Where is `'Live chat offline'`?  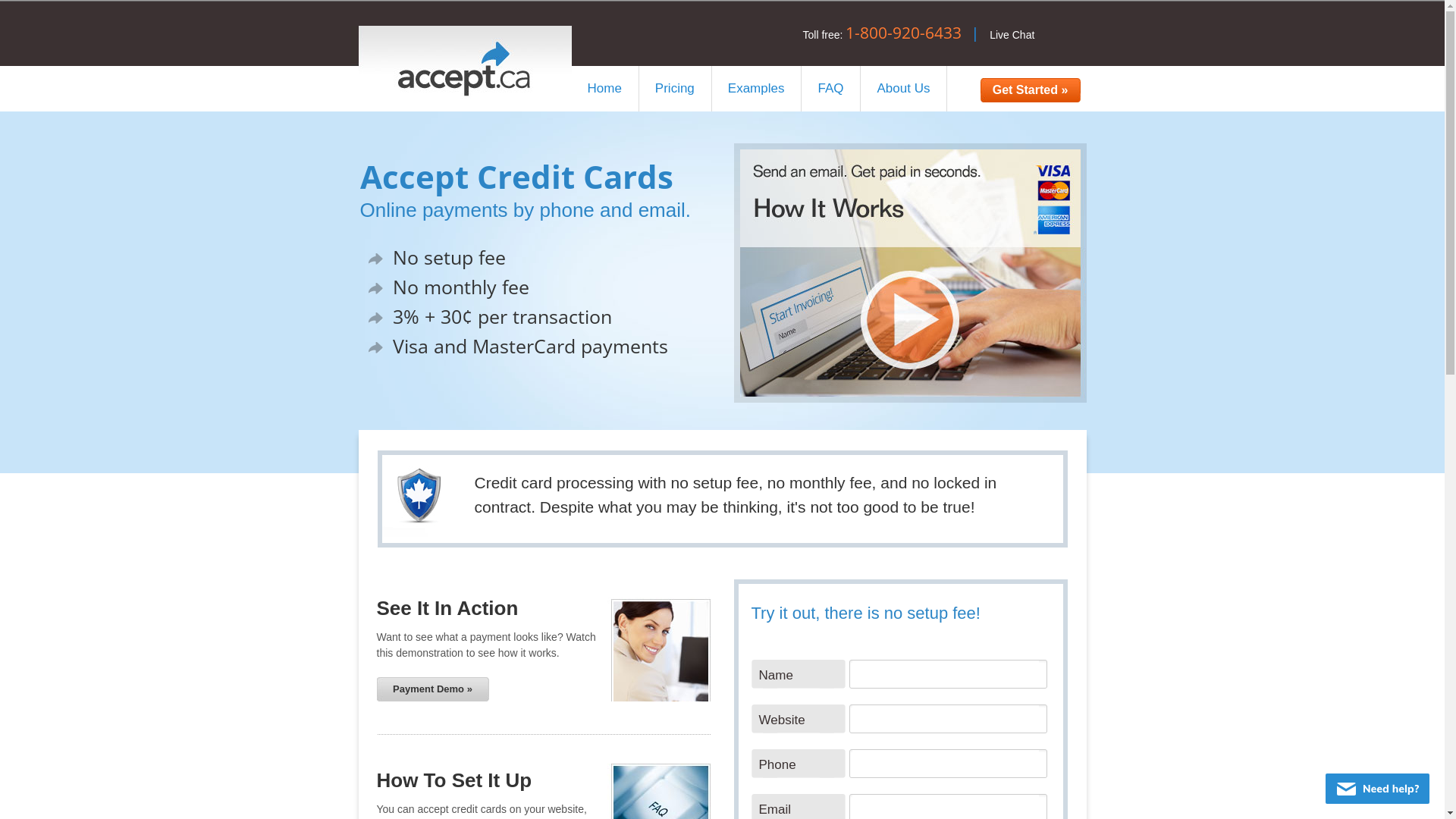
'Live chat offline' is located at coordinates (1377, 788).